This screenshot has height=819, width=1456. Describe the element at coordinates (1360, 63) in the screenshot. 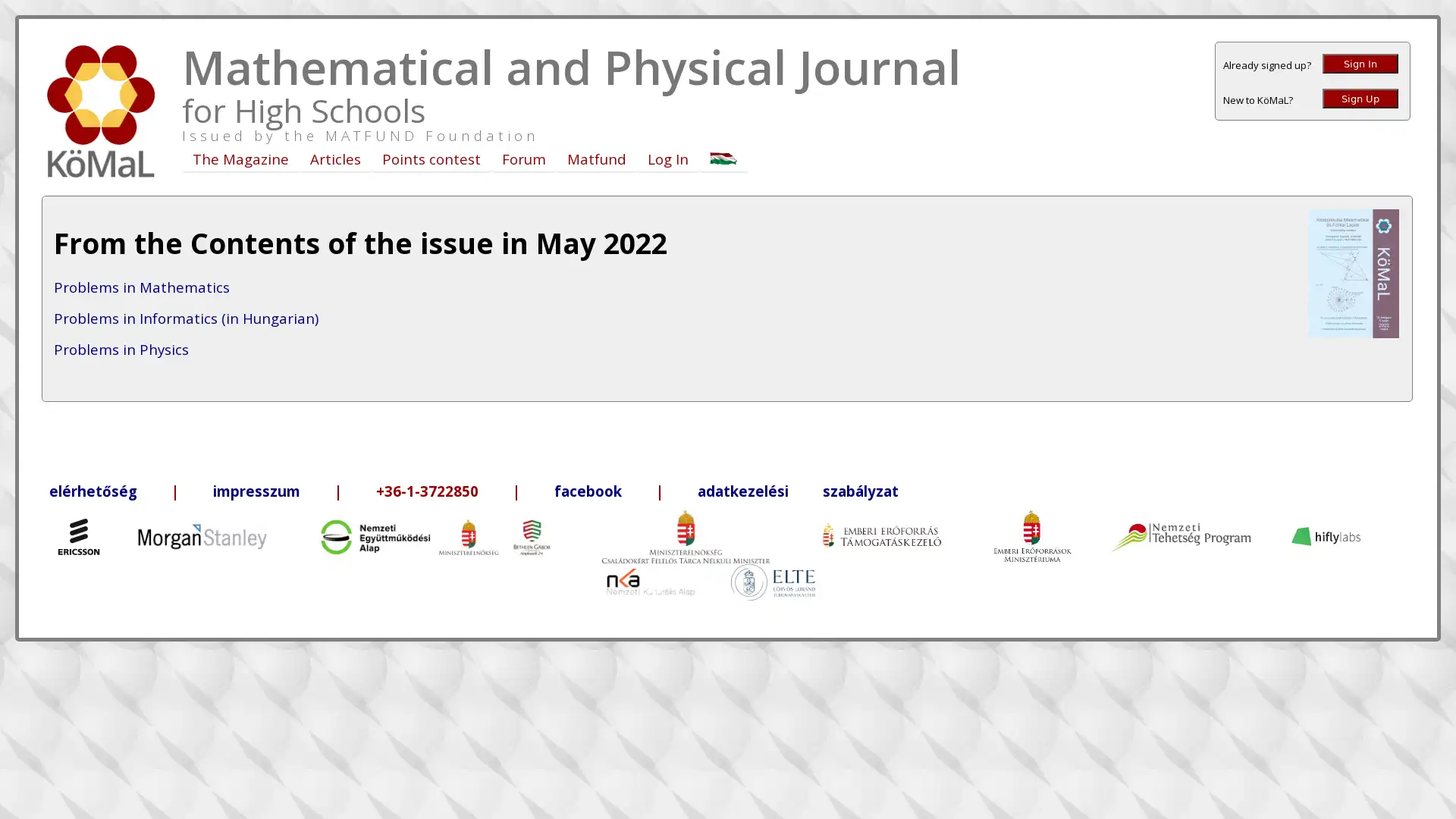

I see `Sign In` at that location.